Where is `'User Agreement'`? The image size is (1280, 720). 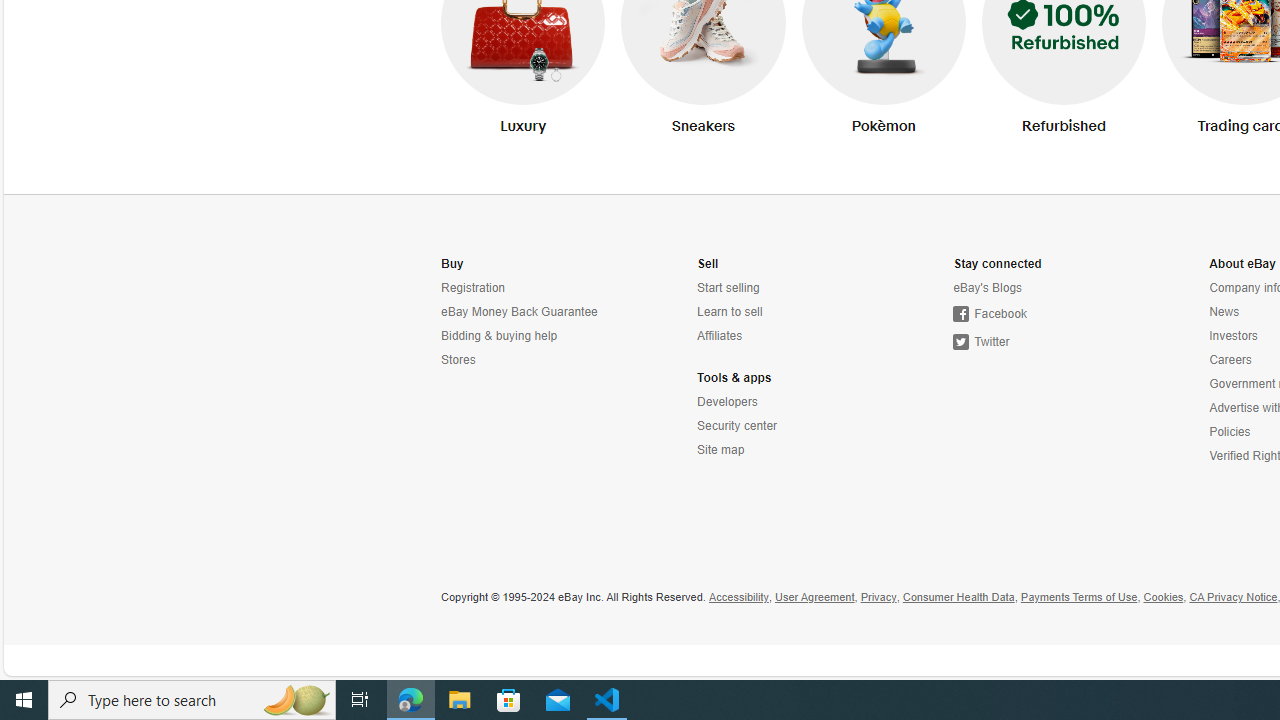
'User Agreement' is located at coordinates (814, 596).